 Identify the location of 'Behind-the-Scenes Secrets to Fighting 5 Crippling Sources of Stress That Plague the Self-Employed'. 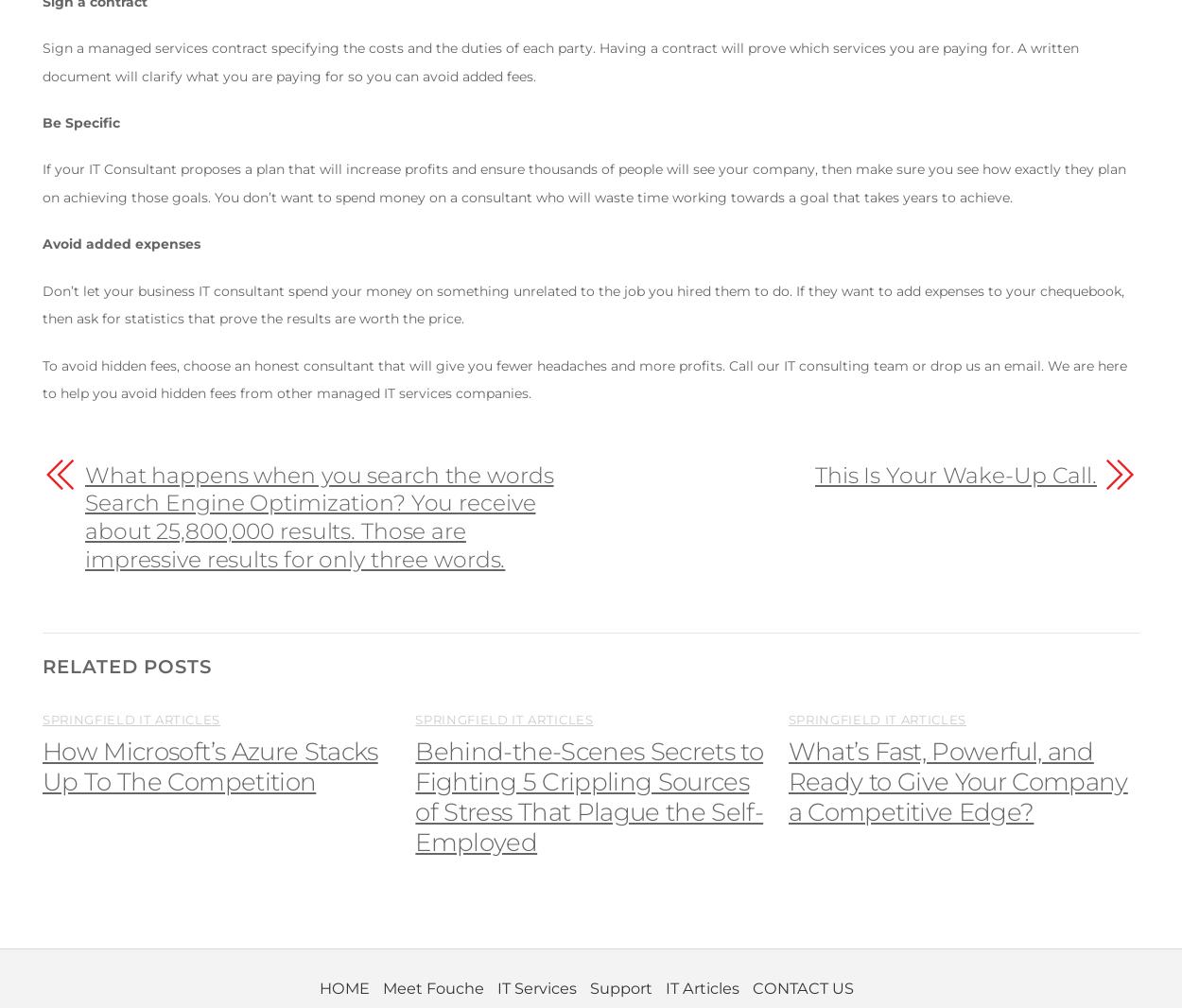
(588, 796).